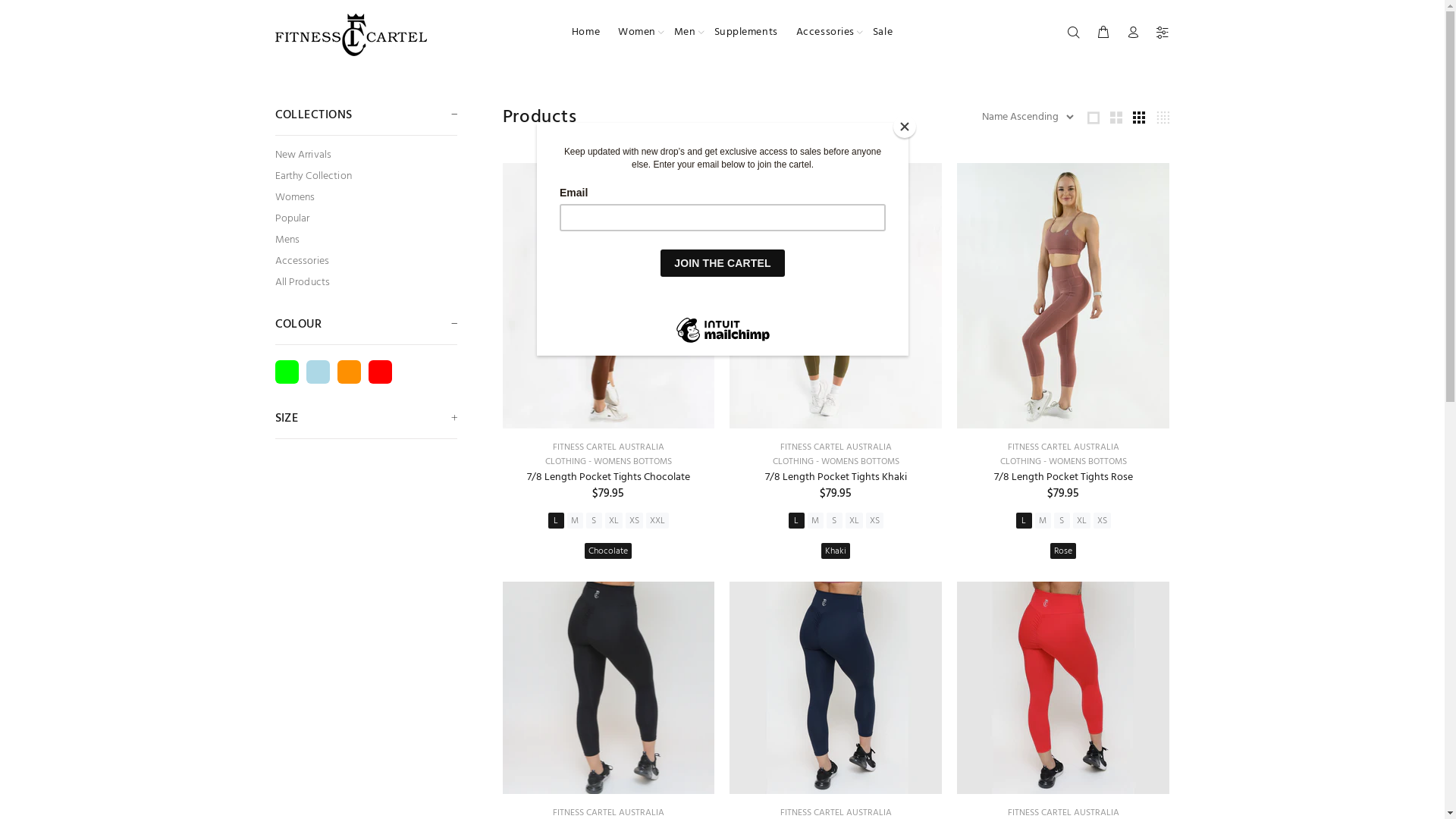  Describe the element at coordinates (368, 372) in the screenshot. I see `'Red'` at that location.